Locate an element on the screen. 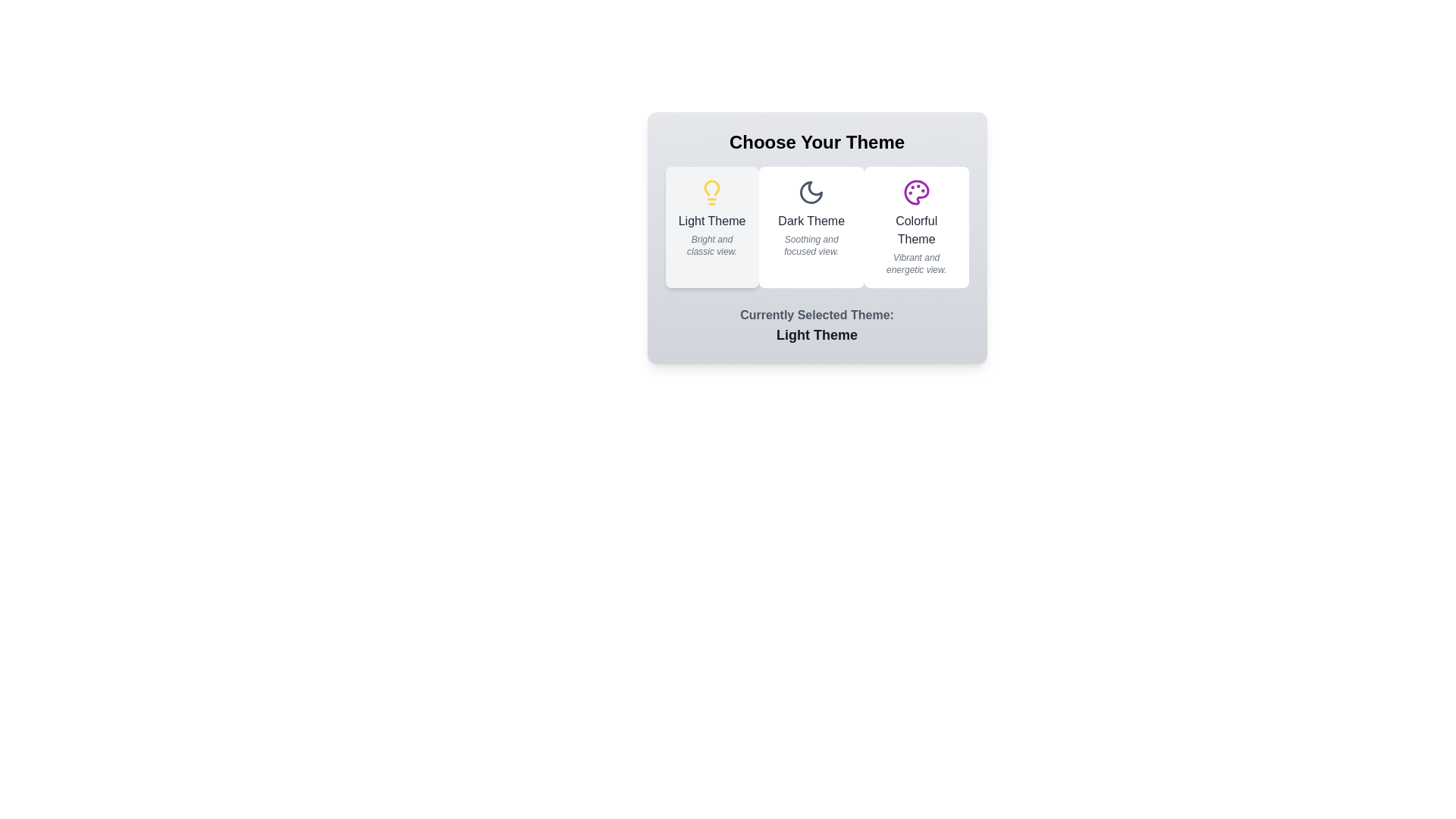 This screenshot has width=1456, height=819. the text of the element displaying the currently selected theme is located at coordinates (816, 334).